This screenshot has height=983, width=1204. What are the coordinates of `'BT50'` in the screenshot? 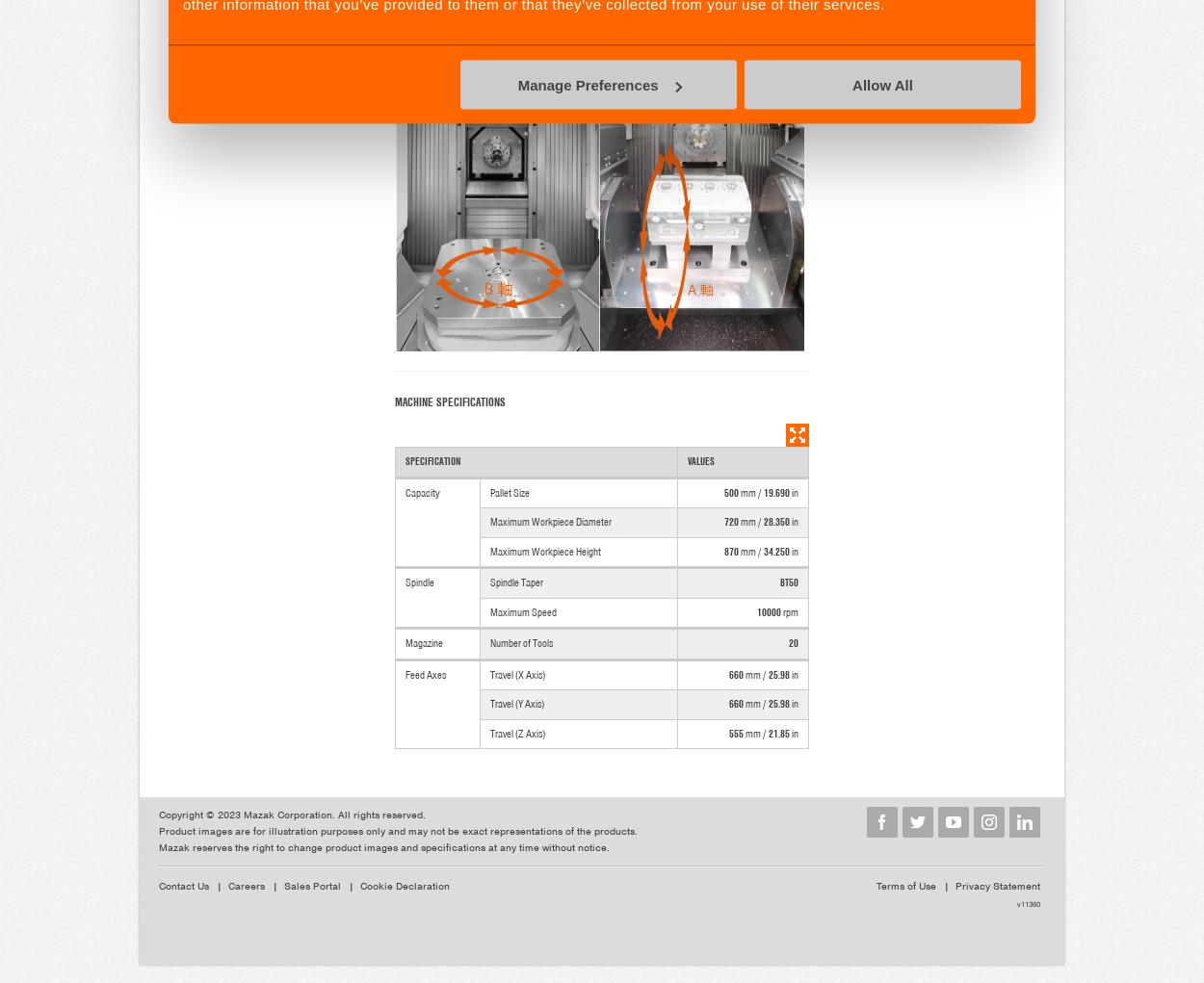 It's located at (788, 582).